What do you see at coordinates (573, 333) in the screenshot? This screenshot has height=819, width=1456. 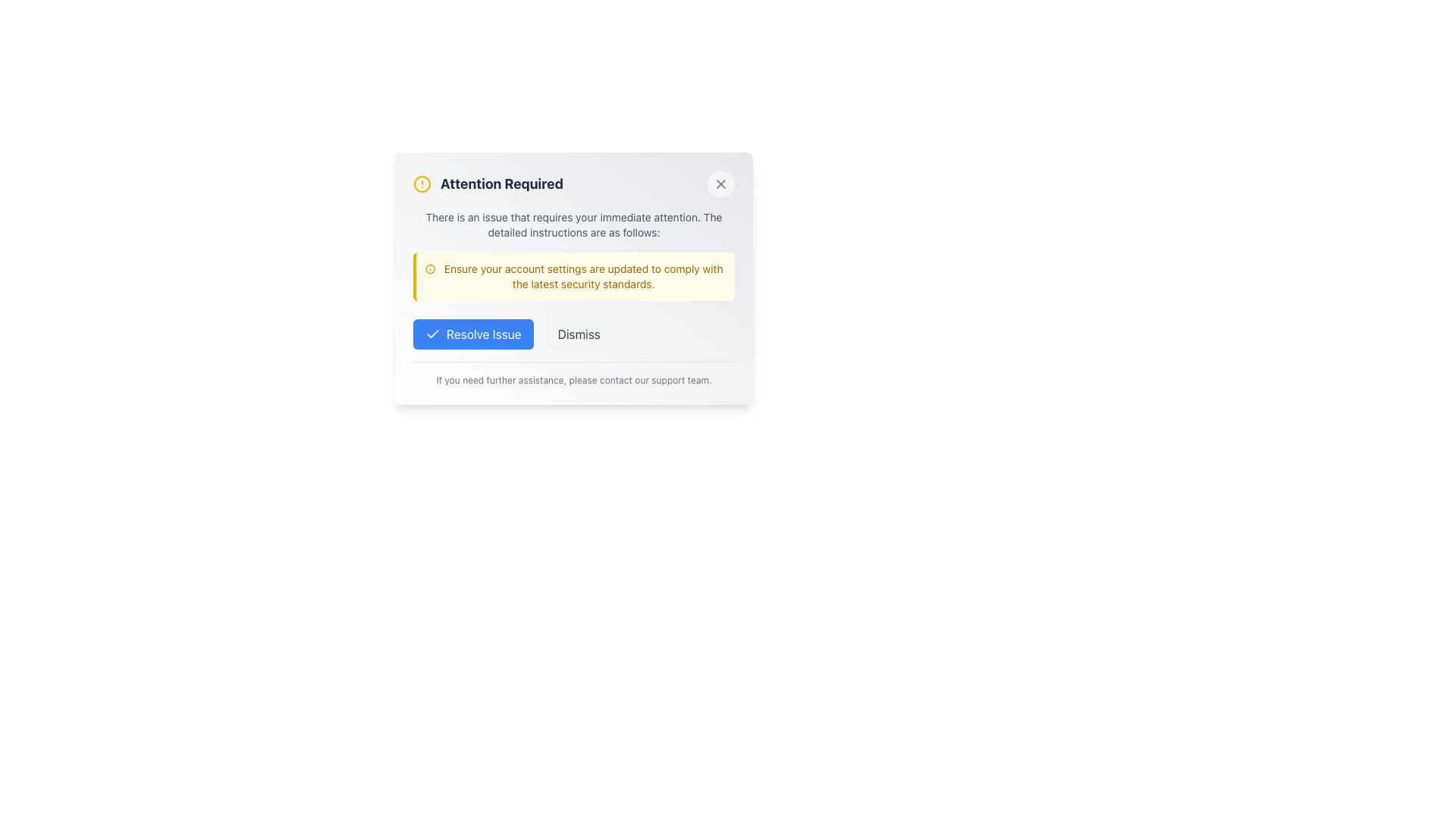 I see `the 'Dismiss' button, which is a secondary button with gray text on a light gray background, located to the right of the blue 'Resolve Issue' button at the bottom of the card interface` at bounding box center [573, 333].